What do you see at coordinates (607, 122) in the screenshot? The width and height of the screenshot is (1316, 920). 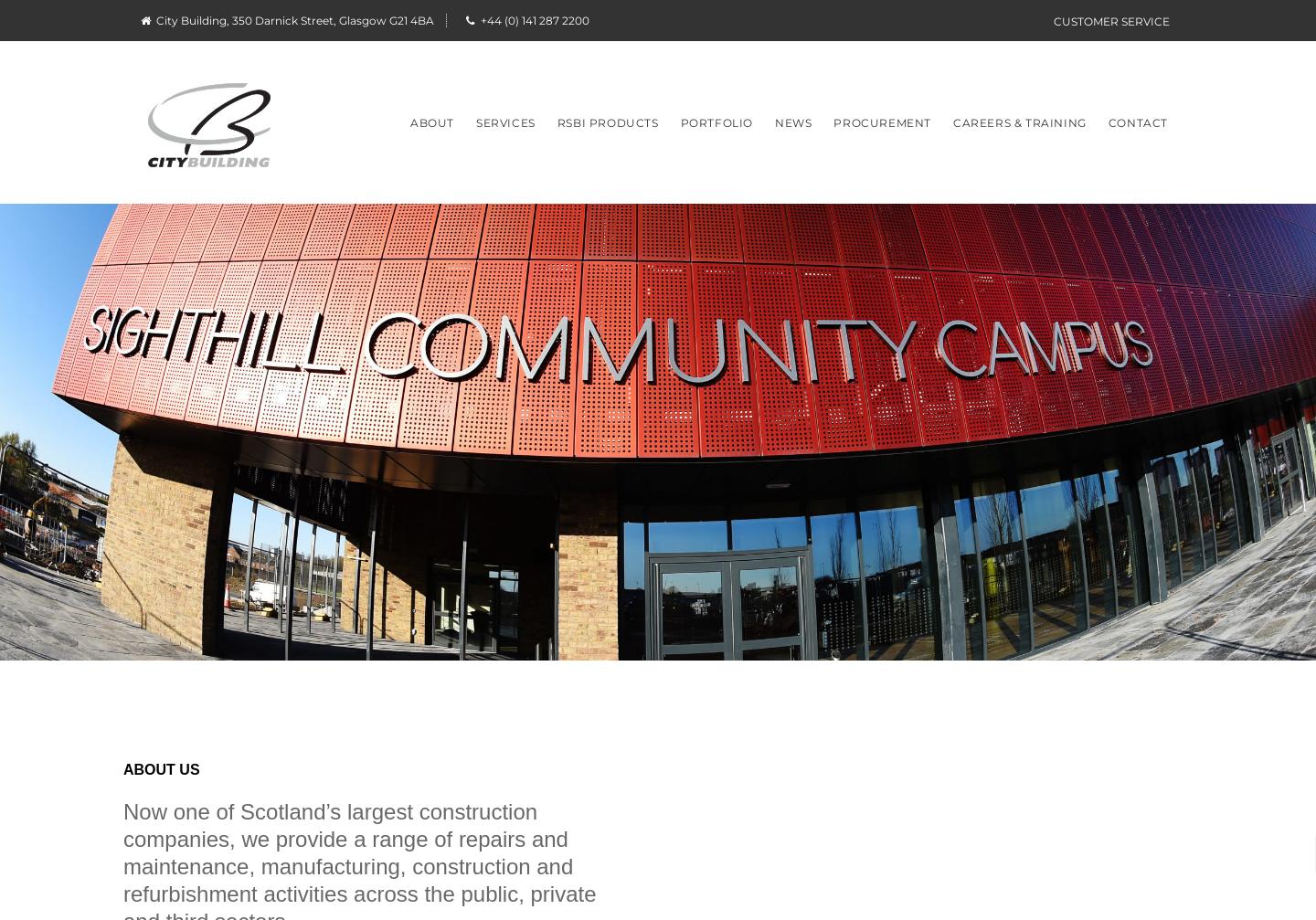 I see `'RSBi Products'` at bounding box center [607, 122].